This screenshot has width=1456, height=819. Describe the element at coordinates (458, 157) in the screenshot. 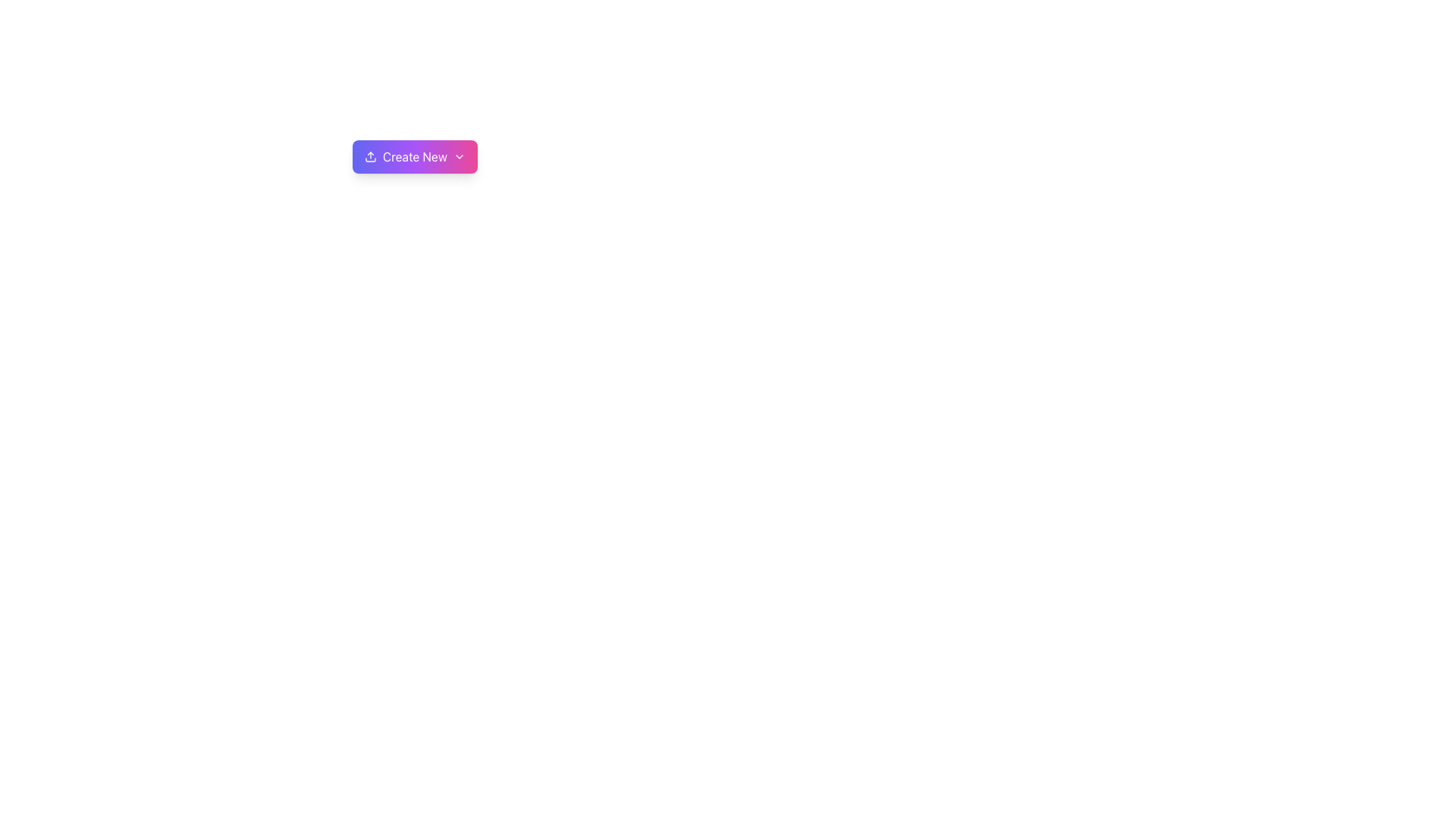

I see `the chevron down icon at the rightmost side of the 'Create New' button` at that location.